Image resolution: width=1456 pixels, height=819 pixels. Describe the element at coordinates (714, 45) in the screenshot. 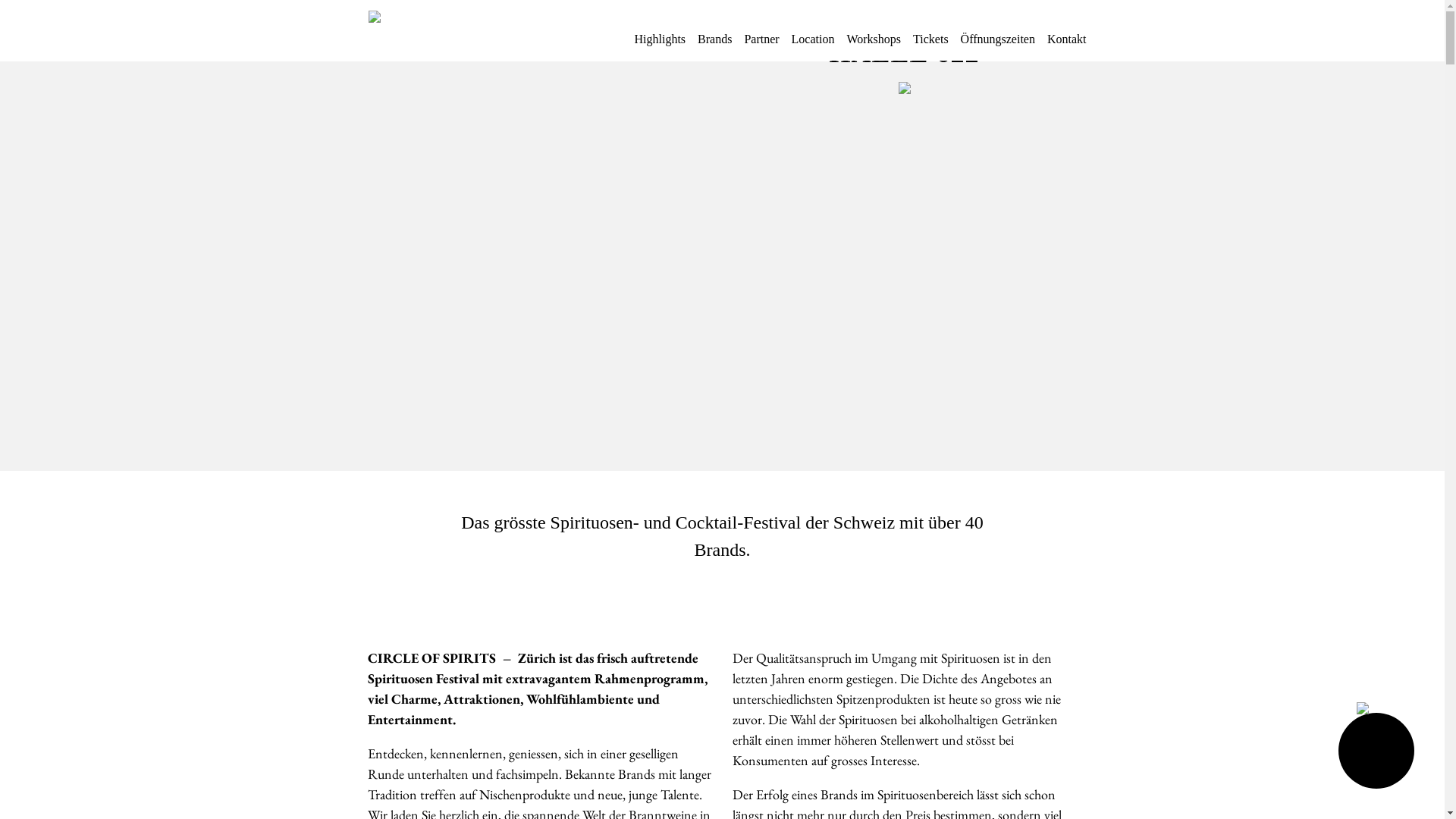

I see `'Brands'` at that location.